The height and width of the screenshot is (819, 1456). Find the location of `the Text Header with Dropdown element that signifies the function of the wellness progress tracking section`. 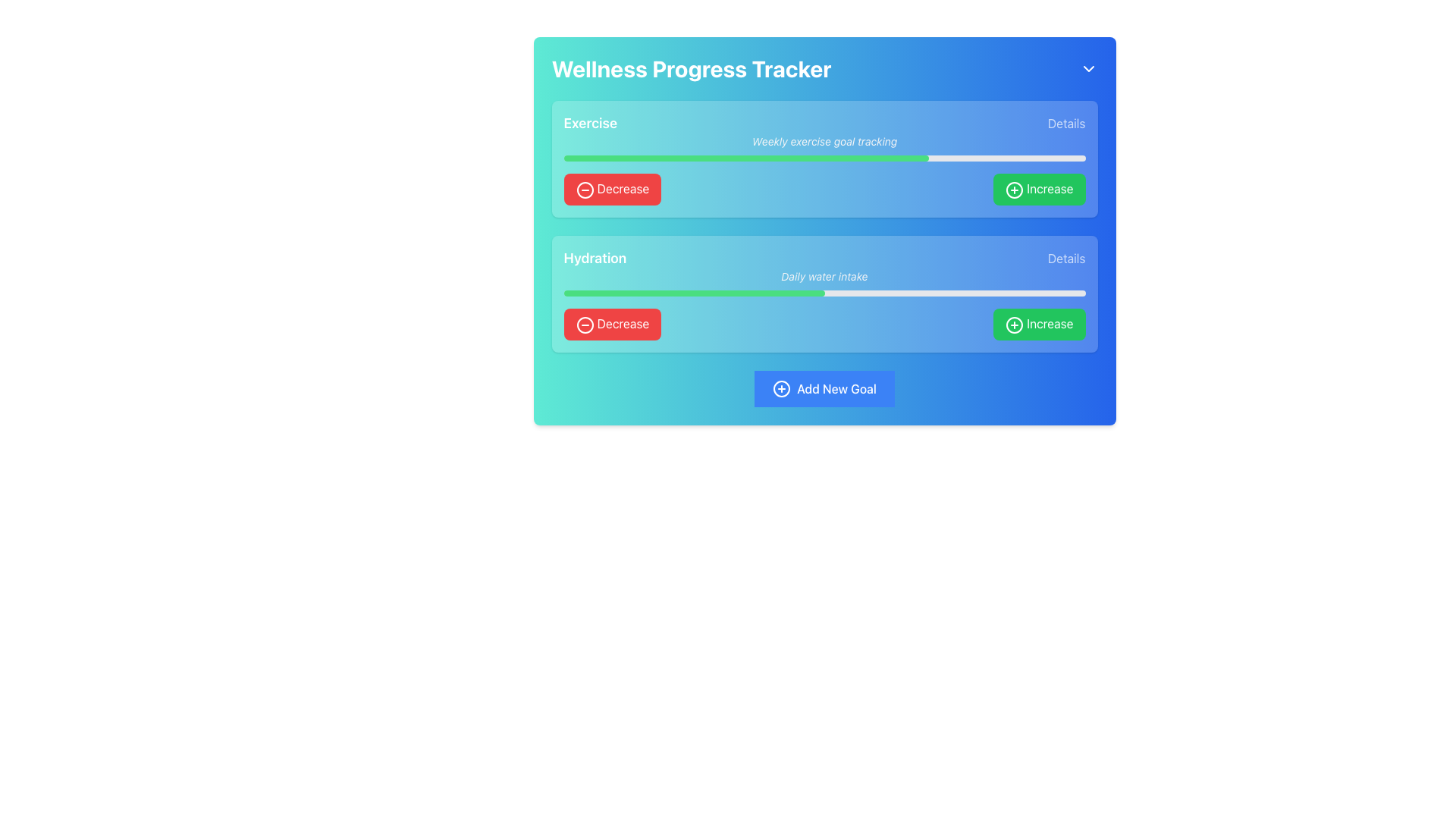

the Text Header with Dropdown element that signifies the function of the wellness progress tracking section is located at coordinates (824, 69).